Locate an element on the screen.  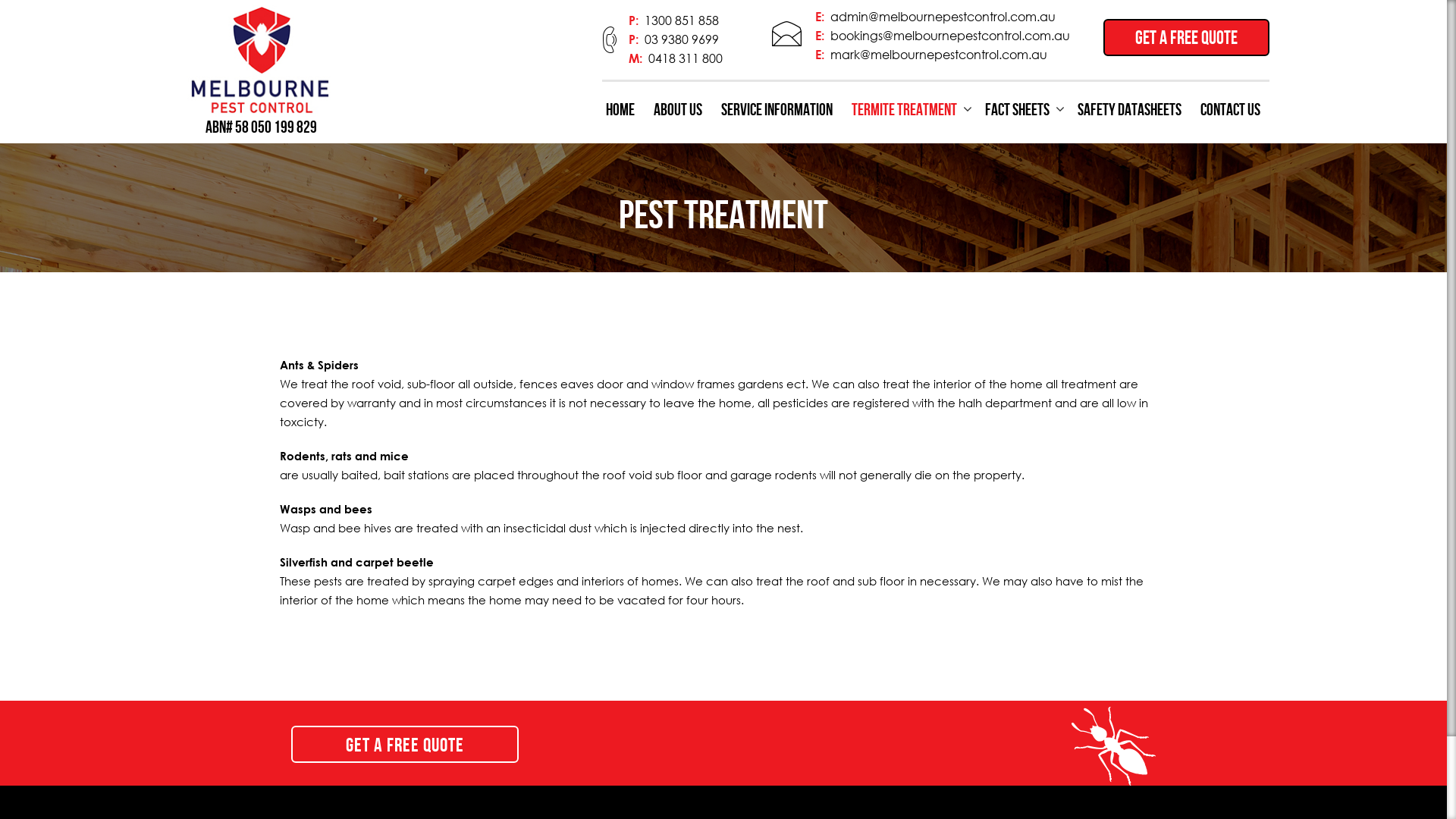
'CONTACT US' is located at coordinates (1193, 108).